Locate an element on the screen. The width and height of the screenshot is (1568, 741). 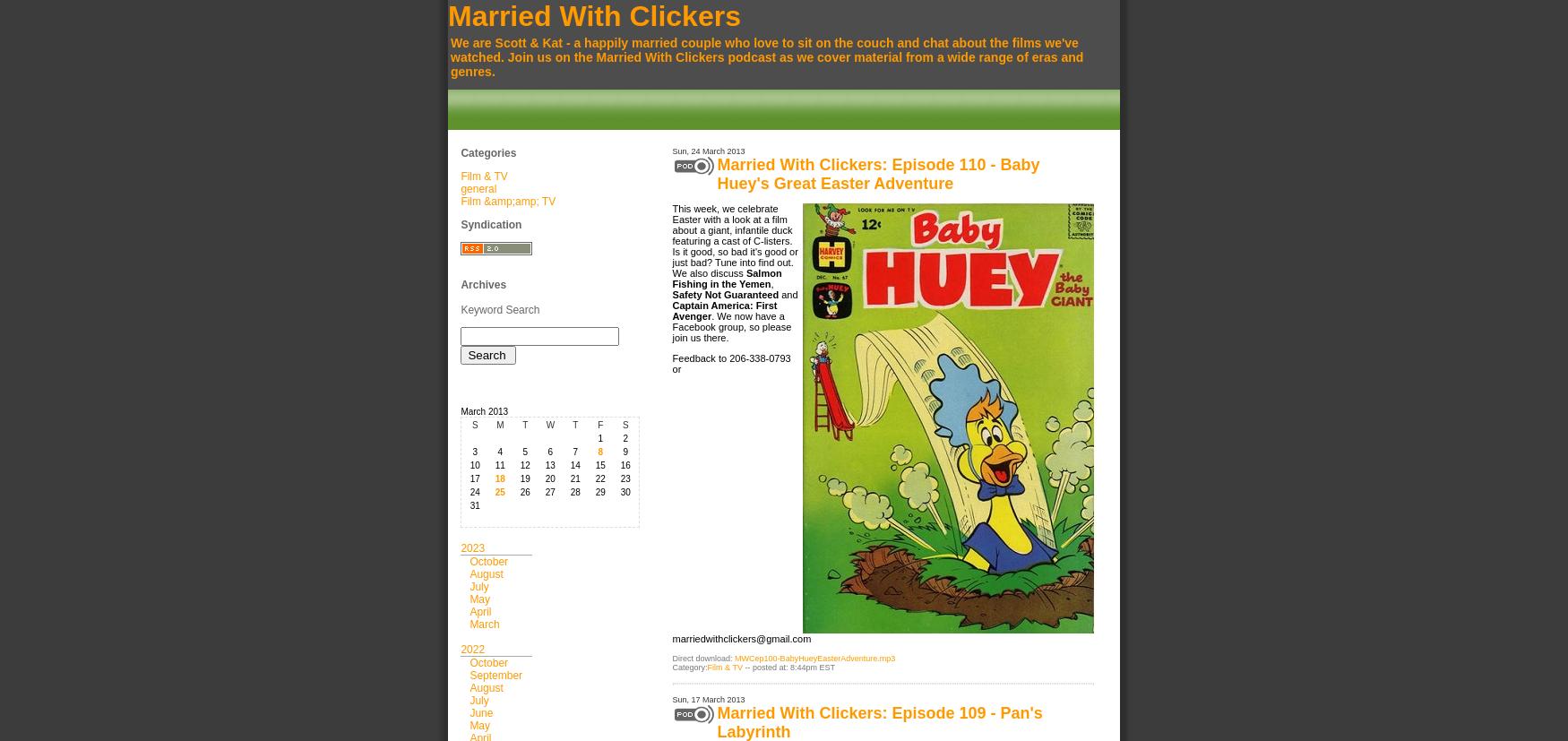
'Syndication' is located at coordinates (489, 223).